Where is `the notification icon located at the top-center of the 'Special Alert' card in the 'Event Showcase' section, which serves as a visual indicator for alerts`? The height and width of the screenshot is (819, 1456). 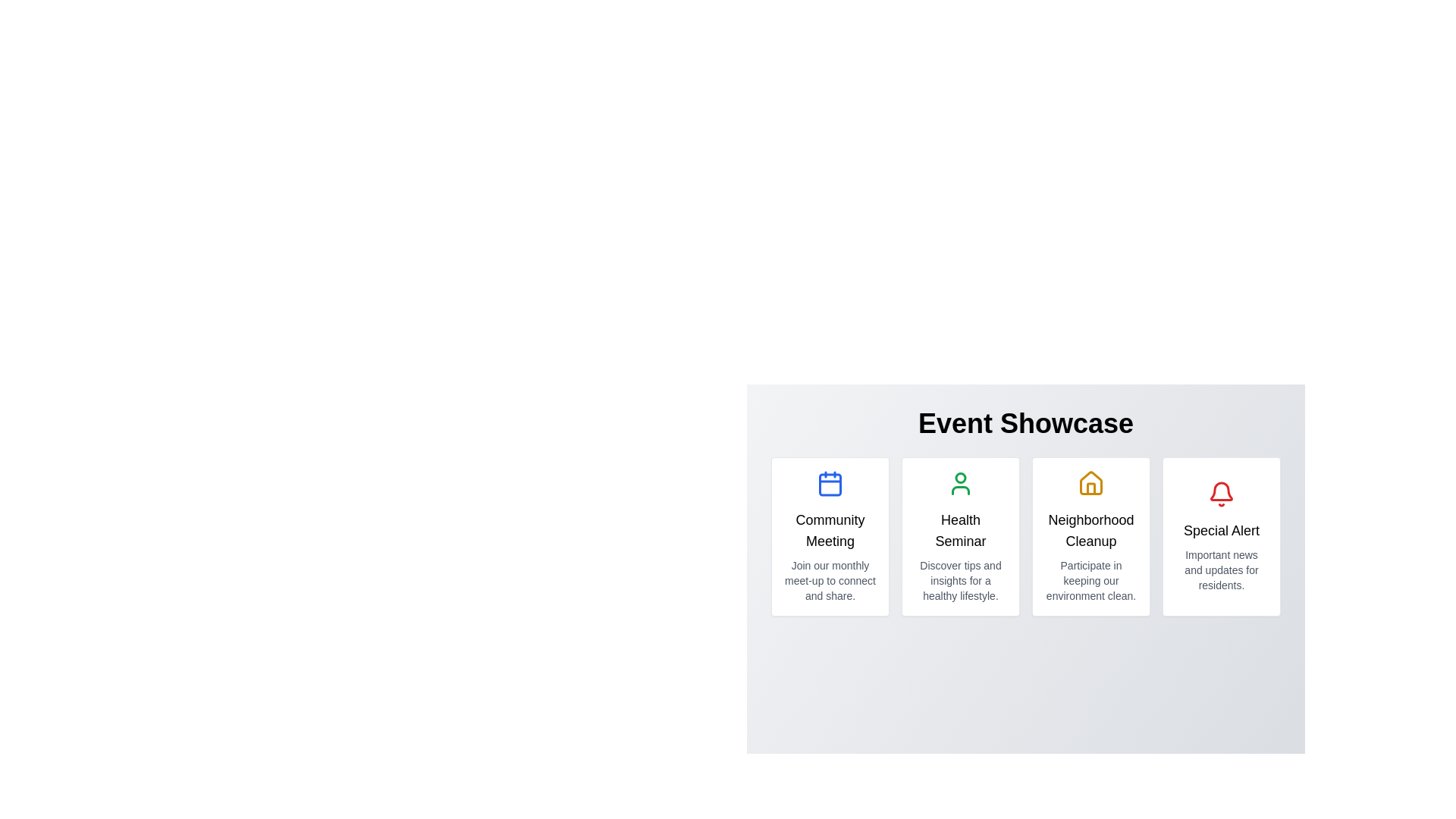 the notification icon located at the top-center of the 'Special Alert' card in the 'Event Showcase' section, which serves as a visual indicator for alerts is located at coordinates (1222, 491).